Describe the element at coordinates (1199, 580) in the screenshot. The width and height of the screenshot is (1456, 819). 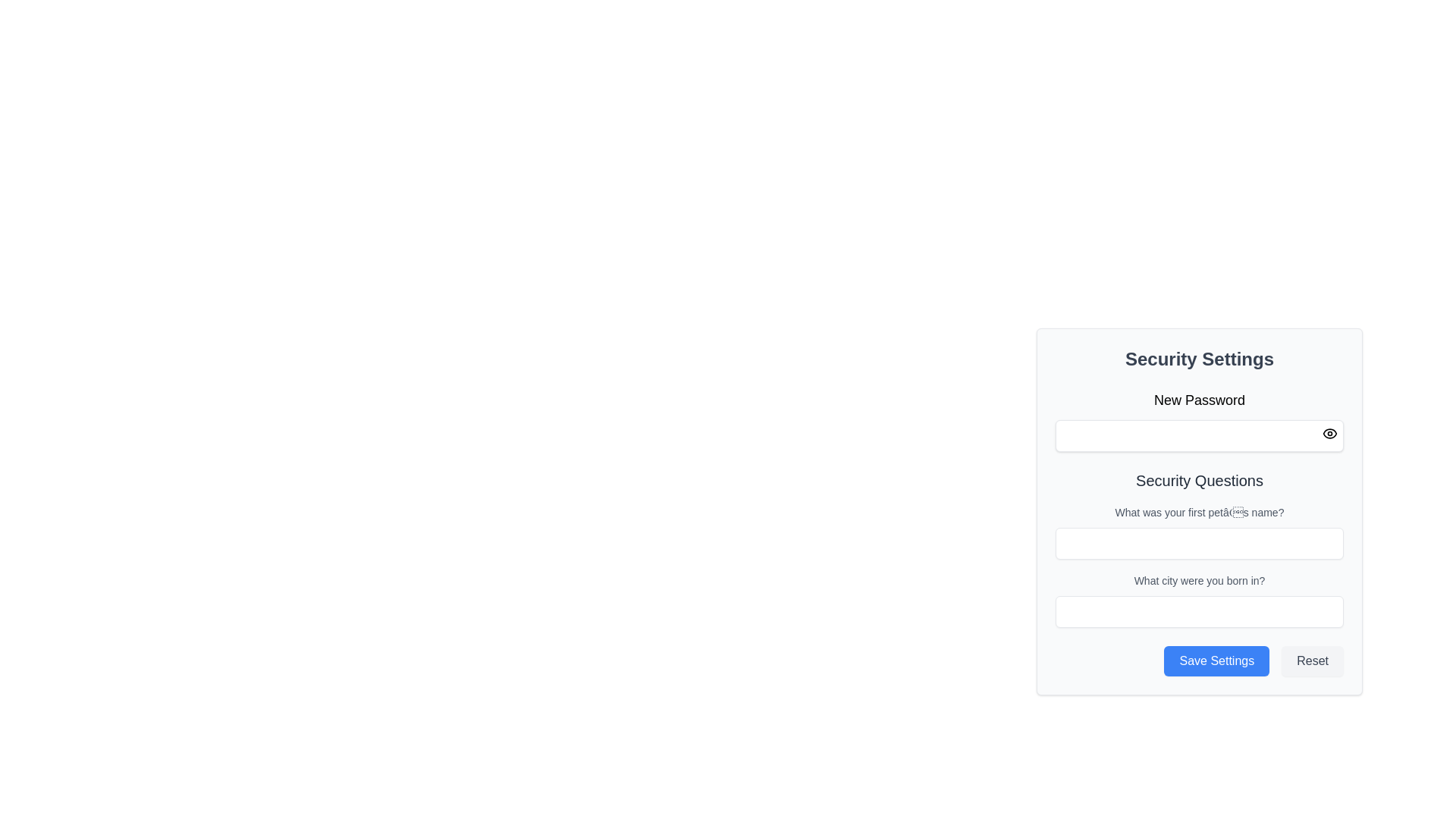
I see `the text label that reads 'What city were you born in?' located in the 'Security Questions' section, positioned above the input box` at that location.